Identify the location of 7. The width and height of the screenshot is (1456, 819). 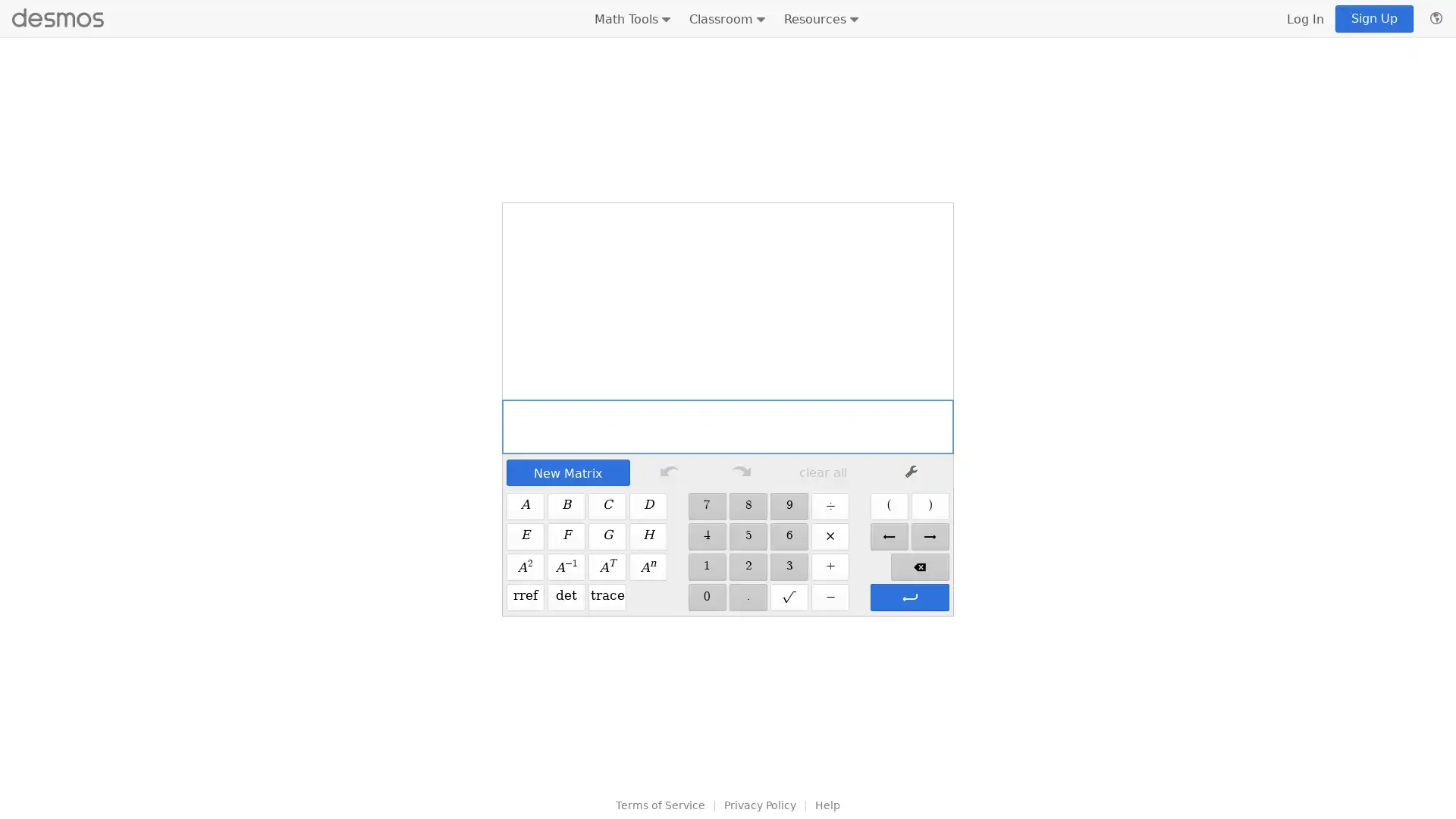
(705, 506).